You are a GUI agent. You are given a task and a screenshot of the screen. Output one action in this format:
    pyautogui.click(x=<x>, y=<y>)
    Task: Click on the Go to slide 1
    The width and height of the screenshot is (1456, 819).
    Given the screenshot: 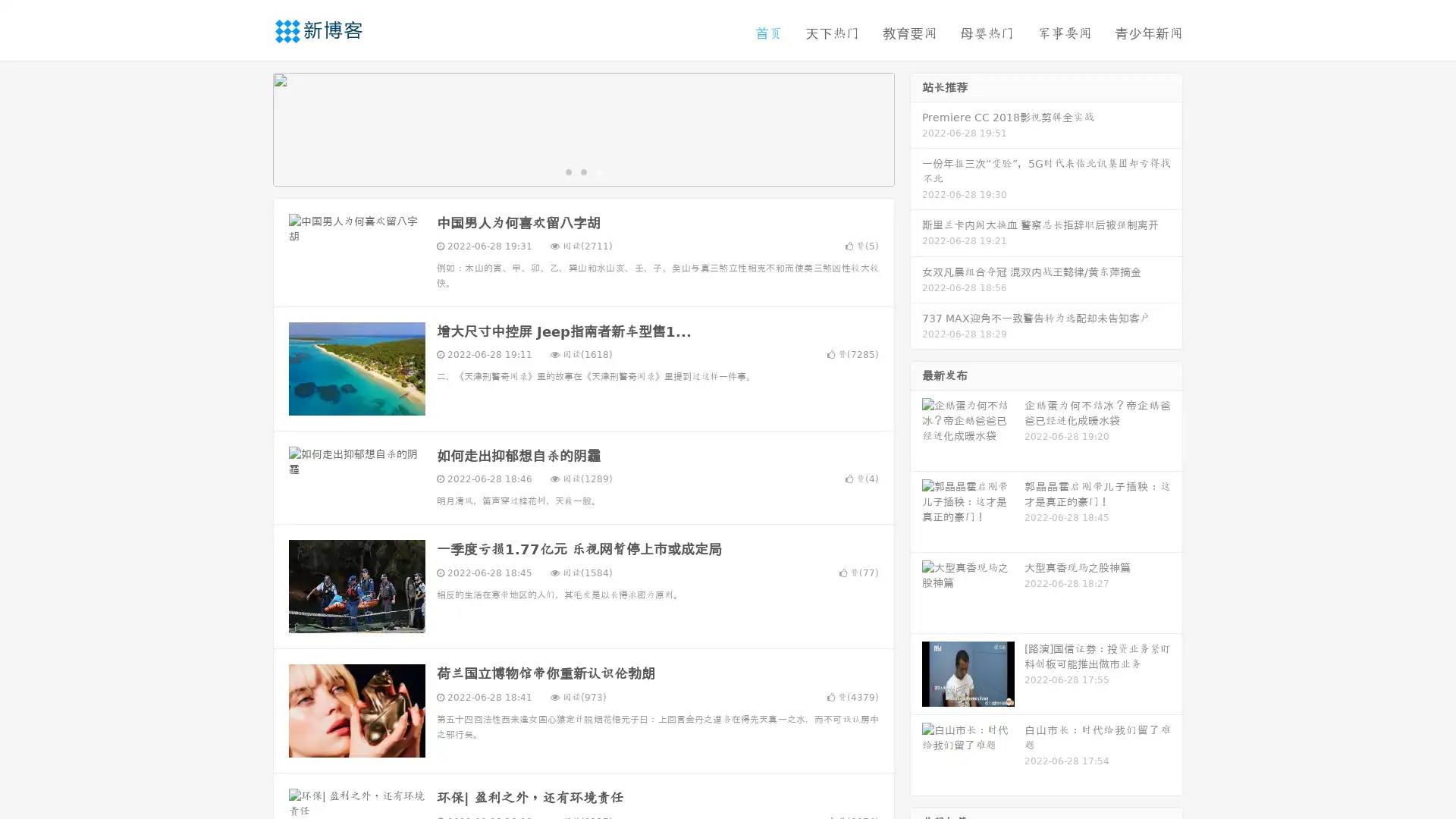 What is the action you would take?
    pyautogui.click(x=567, y=171)
    